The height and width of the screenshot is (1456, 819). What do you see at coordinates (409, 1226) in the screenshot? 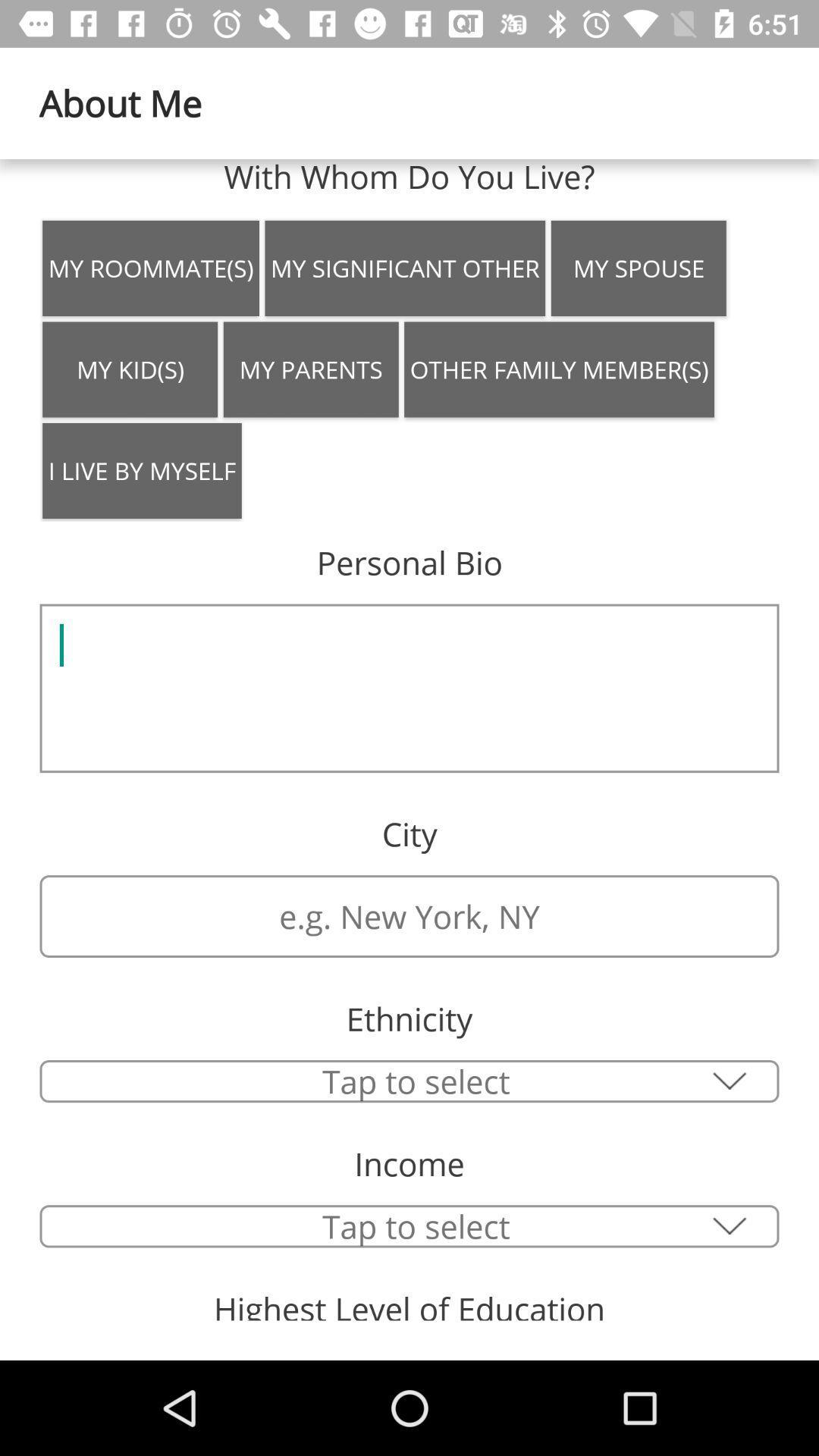
I see `type your income` at bounding box center [409, 1226].